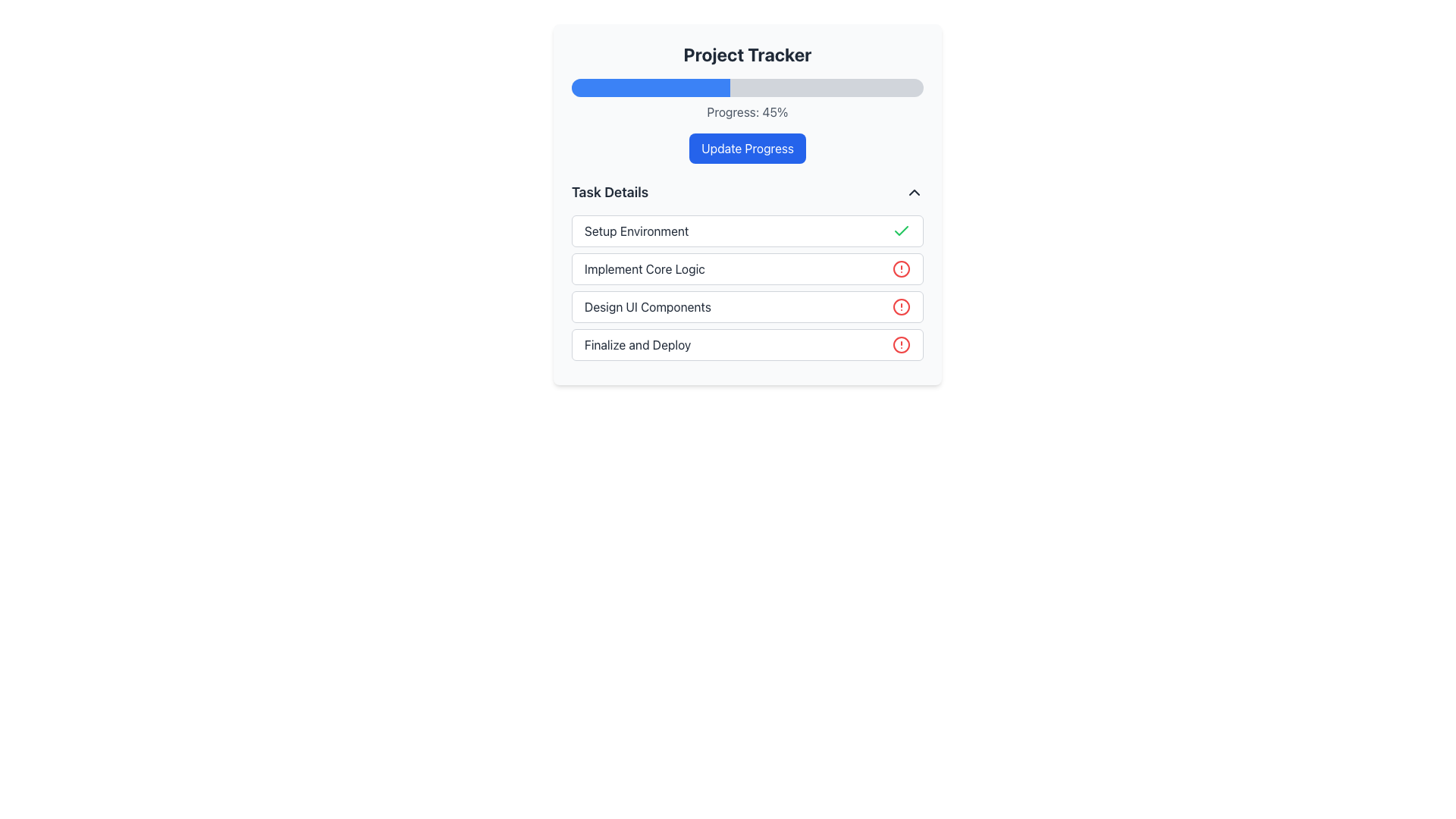  What do you see at coordinates (747, 231) in the screenshot?
I see `the task item labeled 'Setup Environment' with a green checkmark in the 'Task Details' section of the task tracker UI` at bounding box center [747, 231].